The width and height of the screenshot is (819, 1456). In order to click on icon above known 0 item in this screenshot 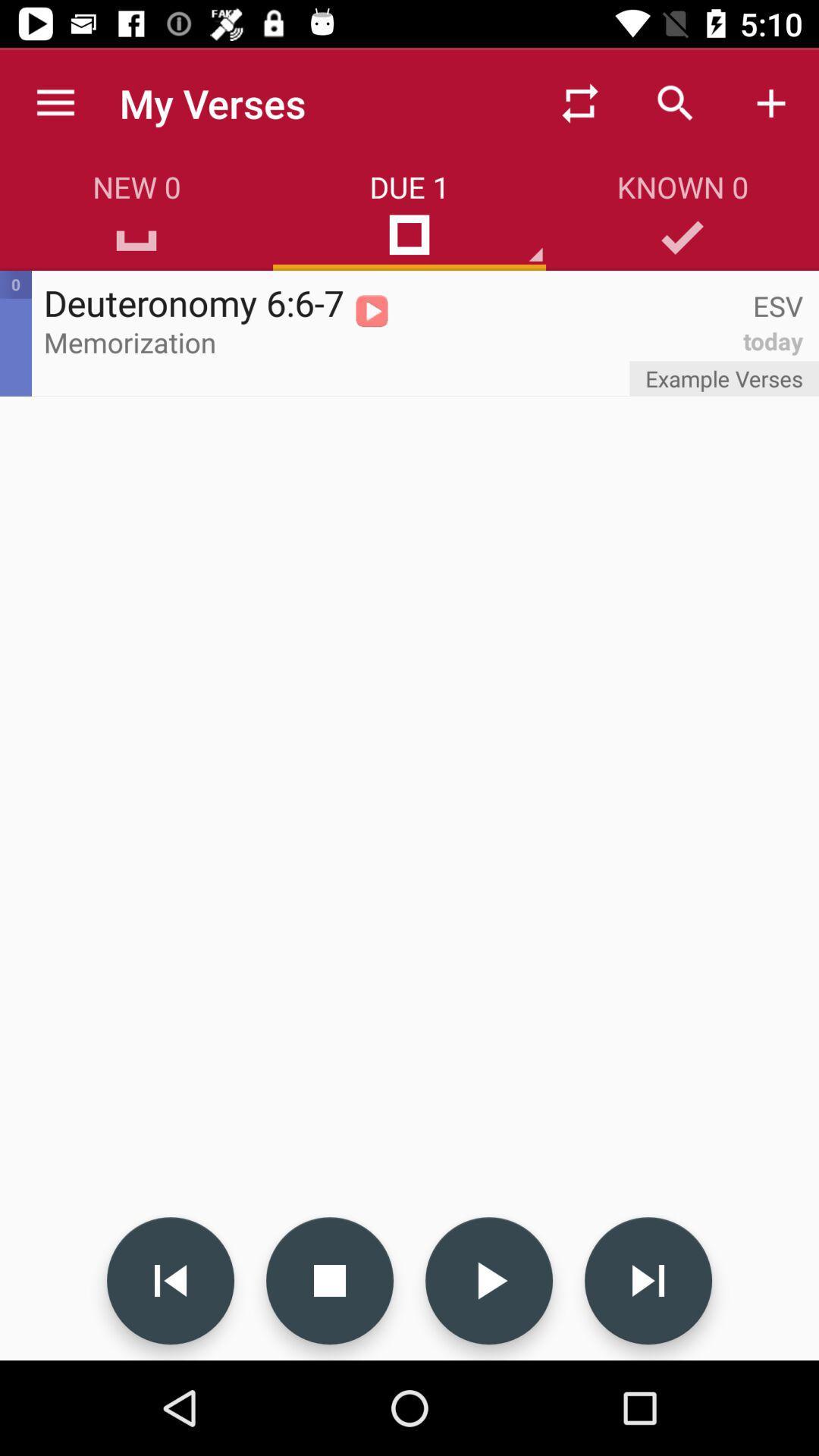, I will do `click(771, 102)`.